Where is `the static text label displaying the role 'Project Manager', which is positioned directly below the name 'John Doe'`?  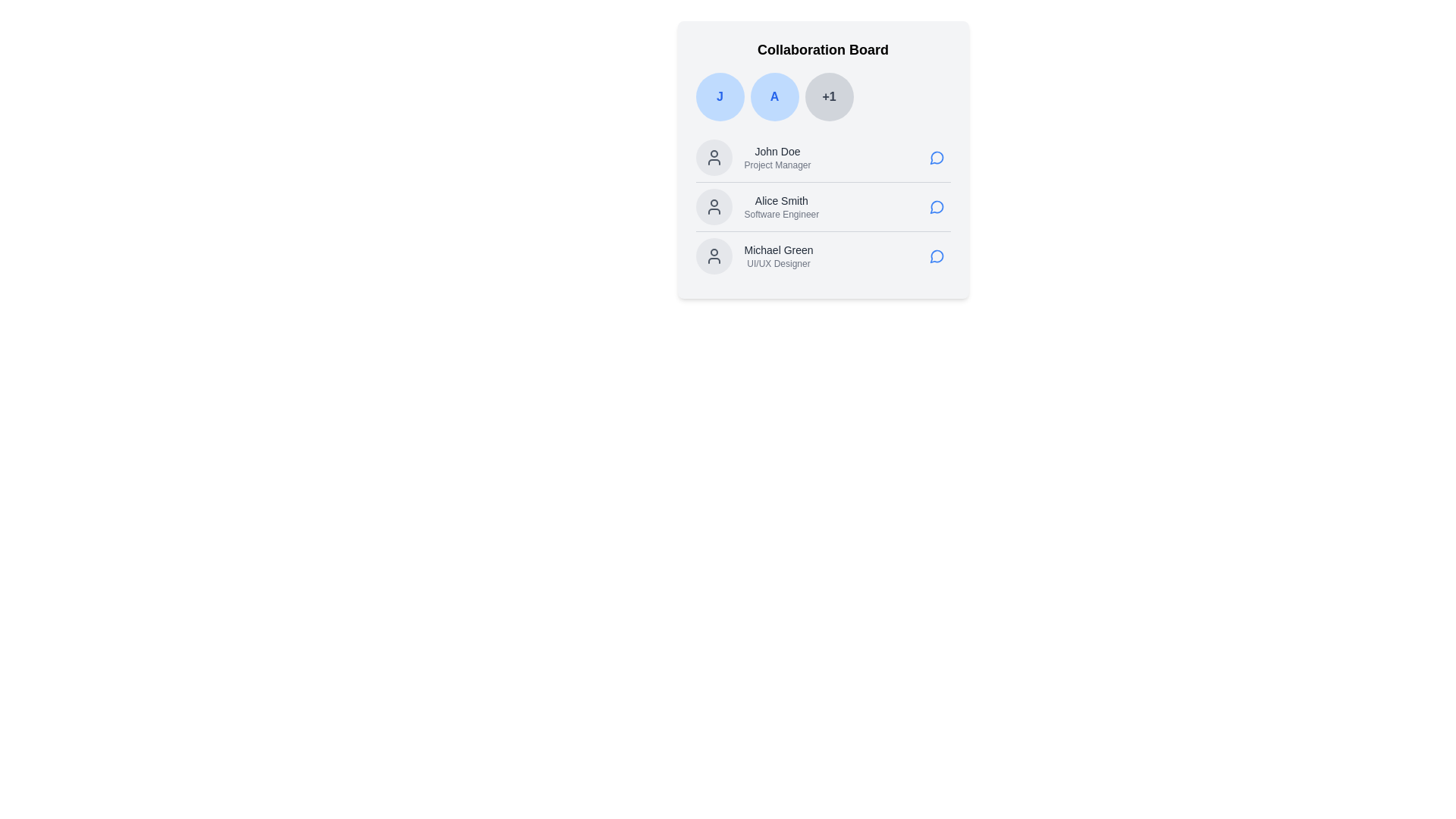 the static text label displaying the role 'Project Manager', which is positioned directly below the name 'John Doe' is located at coordinates (777, 165).